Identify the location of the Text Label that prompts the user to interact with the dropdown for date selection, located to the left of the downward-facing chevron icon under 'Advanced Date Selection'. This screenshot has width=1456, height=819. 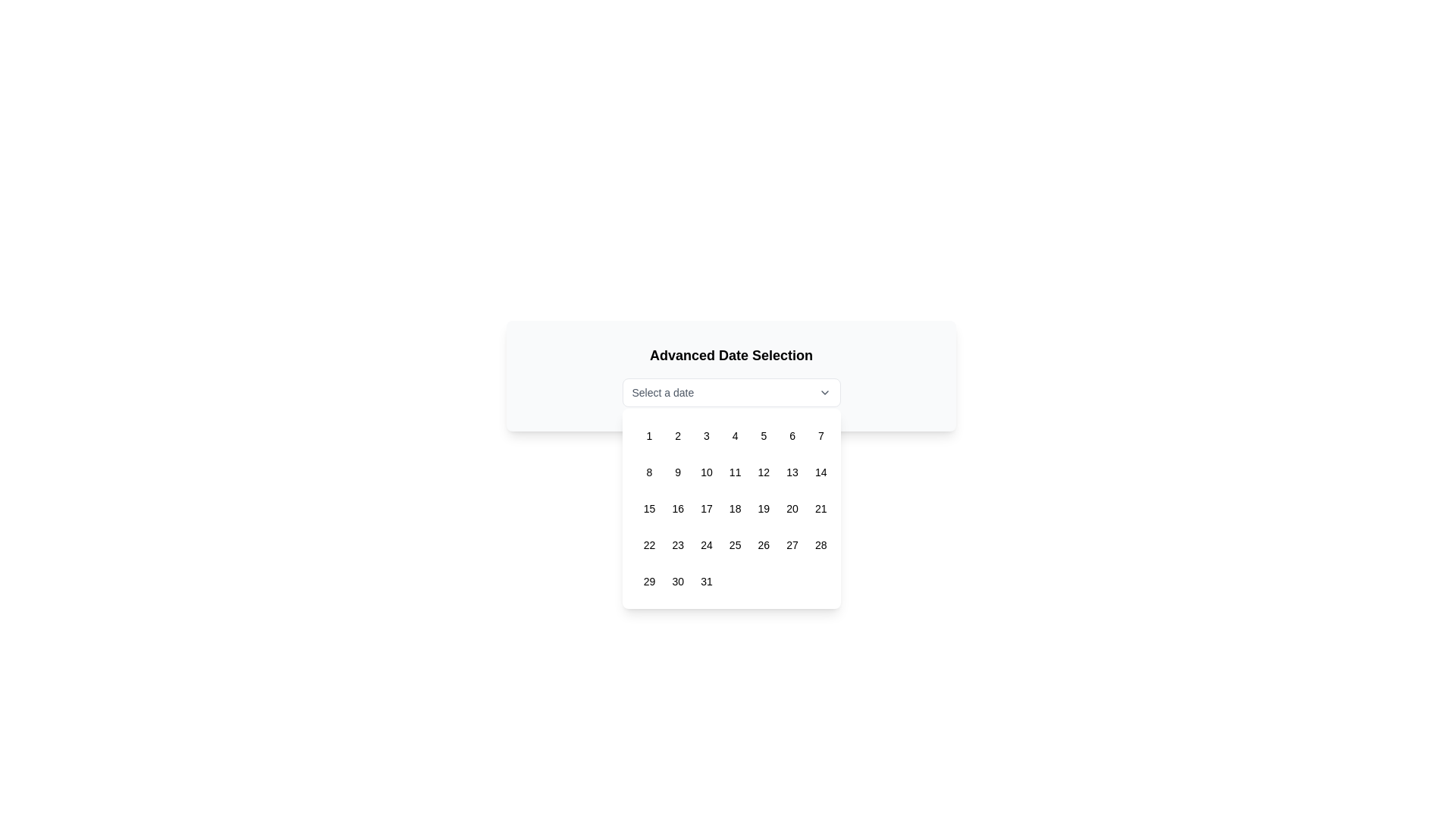
(663, 391).